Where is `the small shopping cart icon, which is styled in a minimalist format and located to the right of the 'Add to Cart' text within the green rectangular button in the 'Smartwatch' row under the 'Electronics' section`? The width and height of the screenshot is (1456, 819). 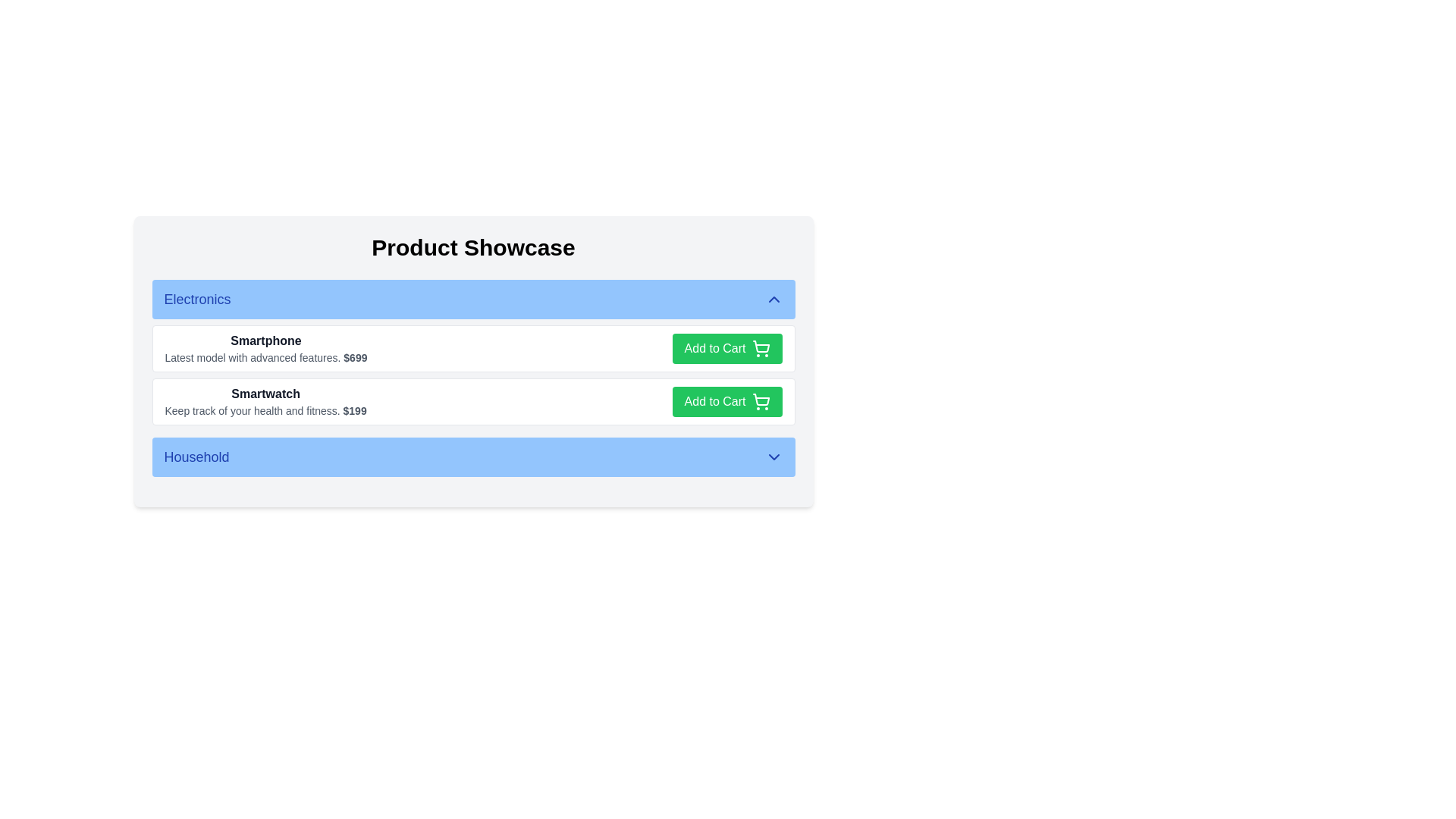 the small shopping cart icon, which is styled in a minimalist format and located to the right of the 'Add to Cart' text within the green rectangular button in the 'Smartwatch' row under the 'Electronics' section is located at coordinates (761, 400).